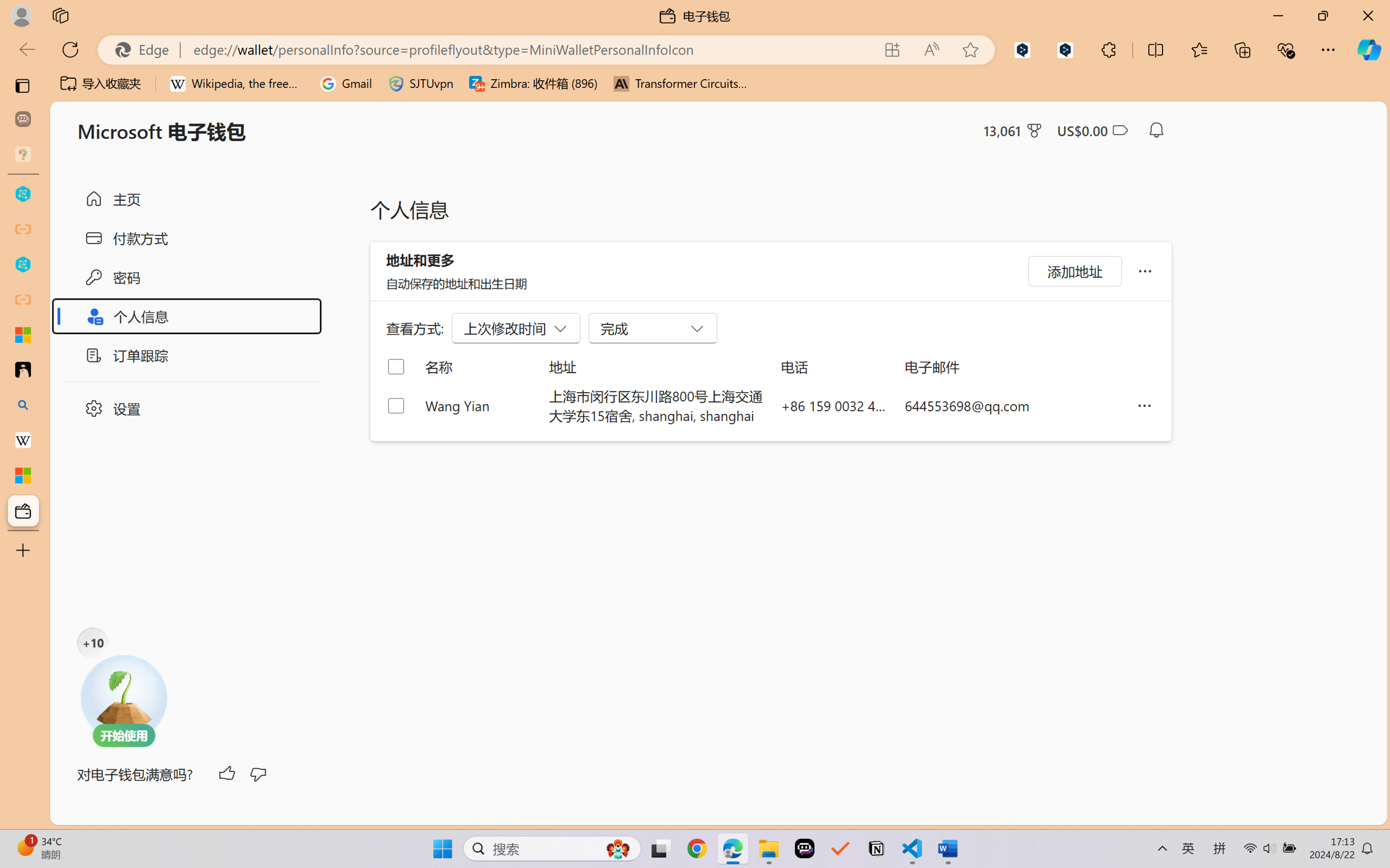  What do you see at coordinates (420, 83) in the screenshot?
I see `'SJTUvpn'` at bounding box center [420, 83].